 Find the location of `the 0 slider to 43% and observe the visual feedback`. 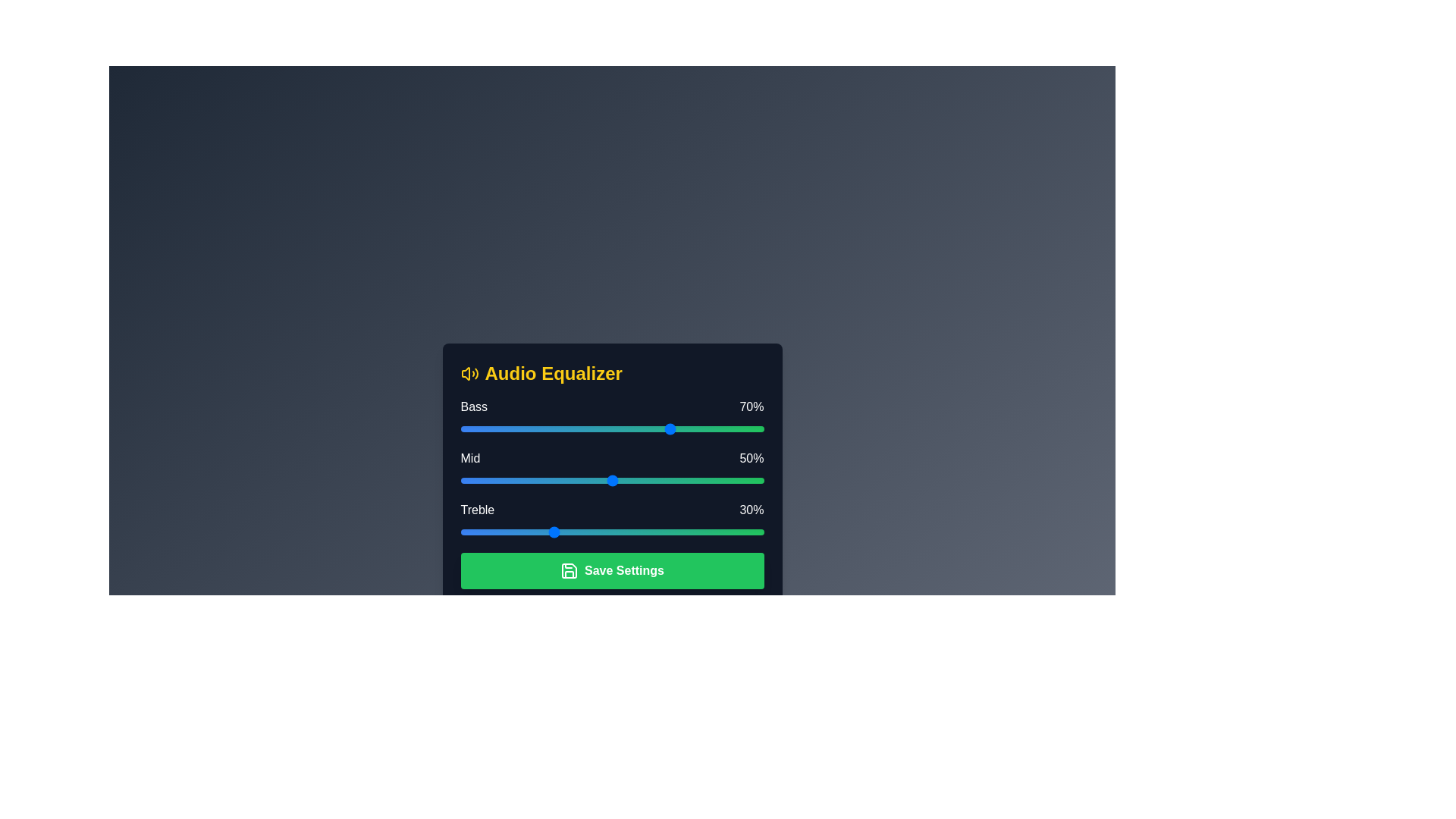

the 0 slider to 43% and observe the visual feedback is located at coordinates (590, 429).